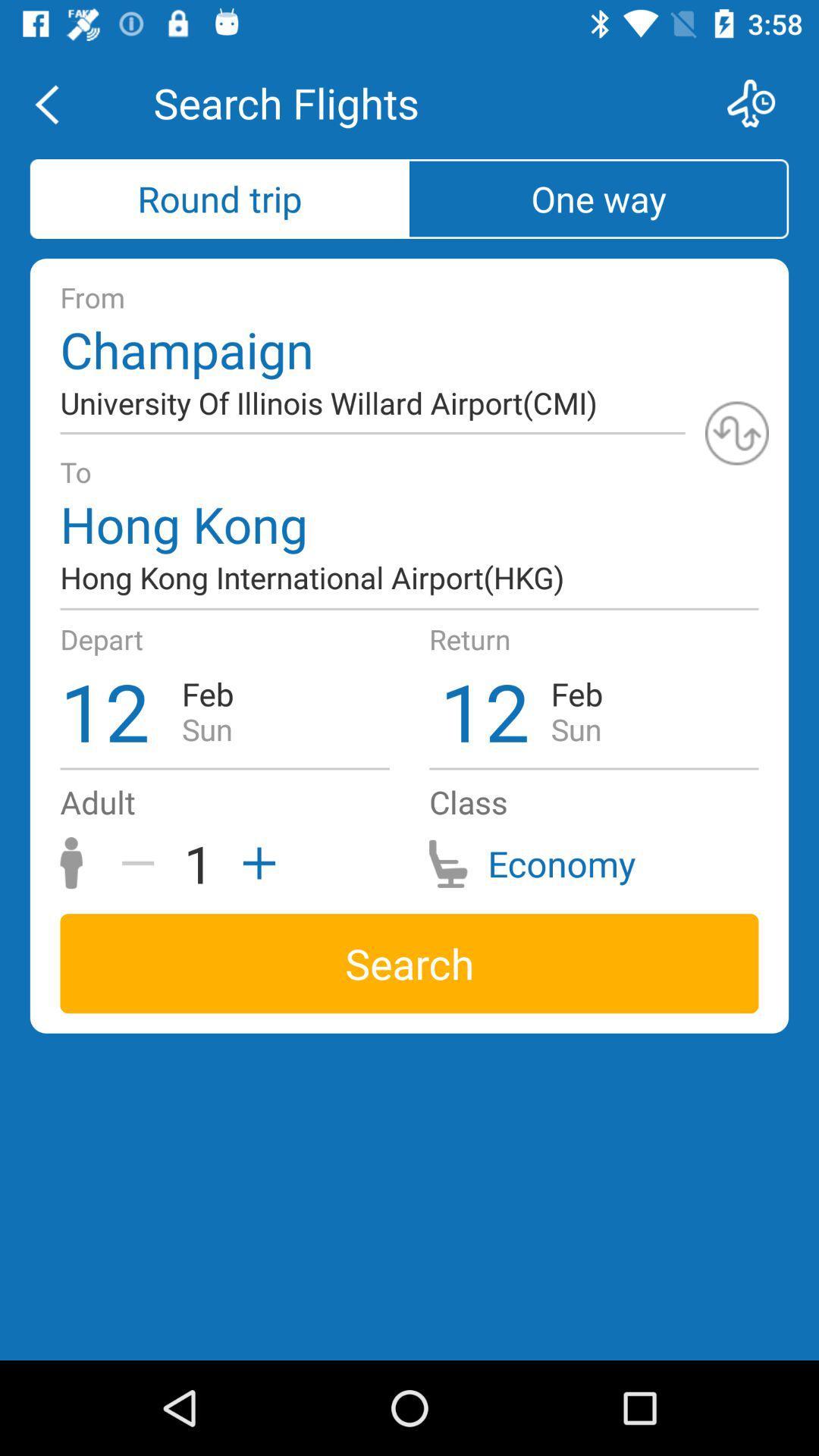 This screenshot has height=1456, width=819. What do you see at coordinates (761, 102) in the screenshot?
I see `flight times` at bounding box center [761, 102].